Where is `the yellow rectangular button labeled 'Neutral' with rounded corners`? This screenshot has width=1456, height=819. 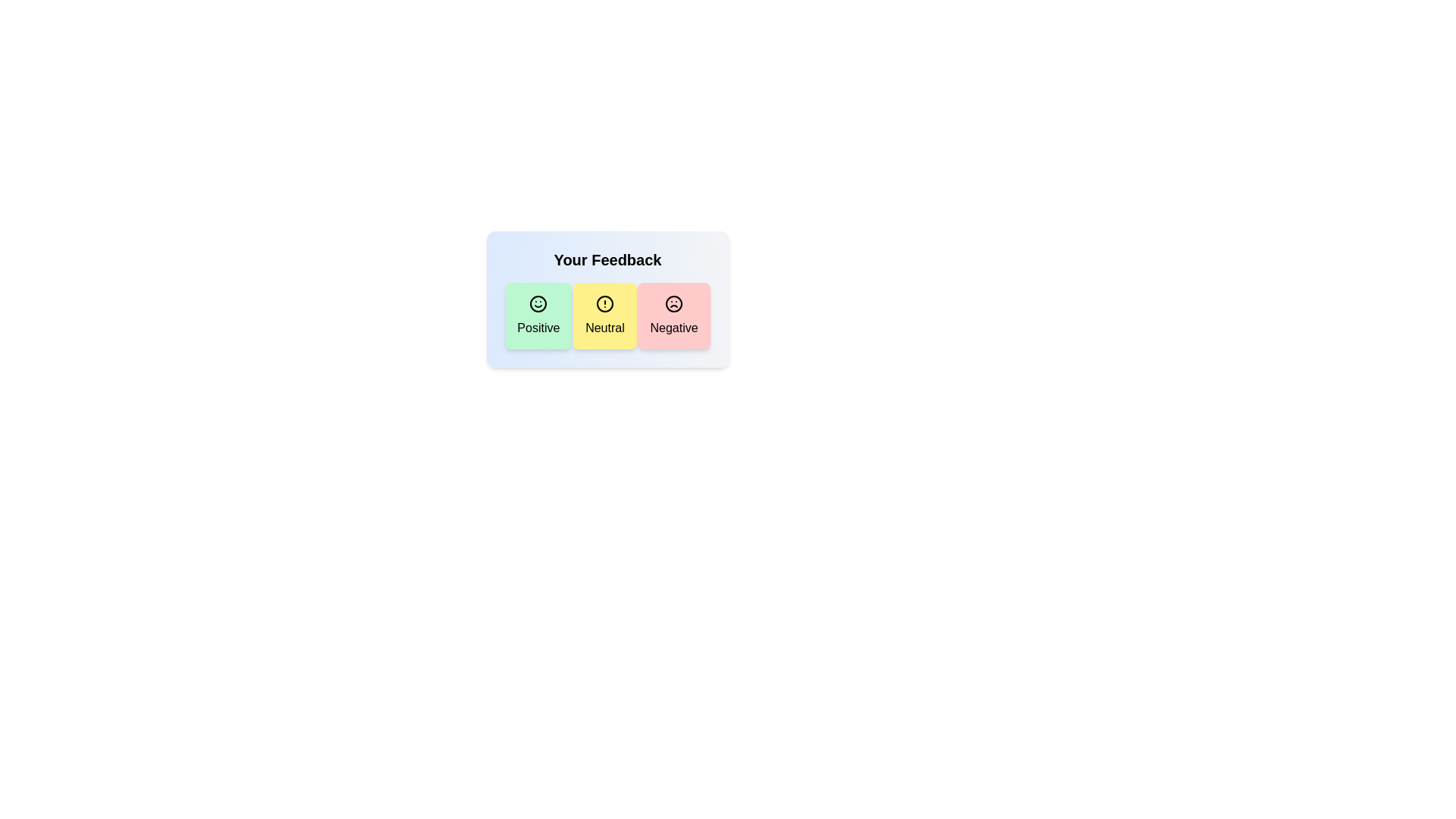
the yellow rectangular button labeled 'Neutral' with rounded corners is located at coordinates (607, 315).